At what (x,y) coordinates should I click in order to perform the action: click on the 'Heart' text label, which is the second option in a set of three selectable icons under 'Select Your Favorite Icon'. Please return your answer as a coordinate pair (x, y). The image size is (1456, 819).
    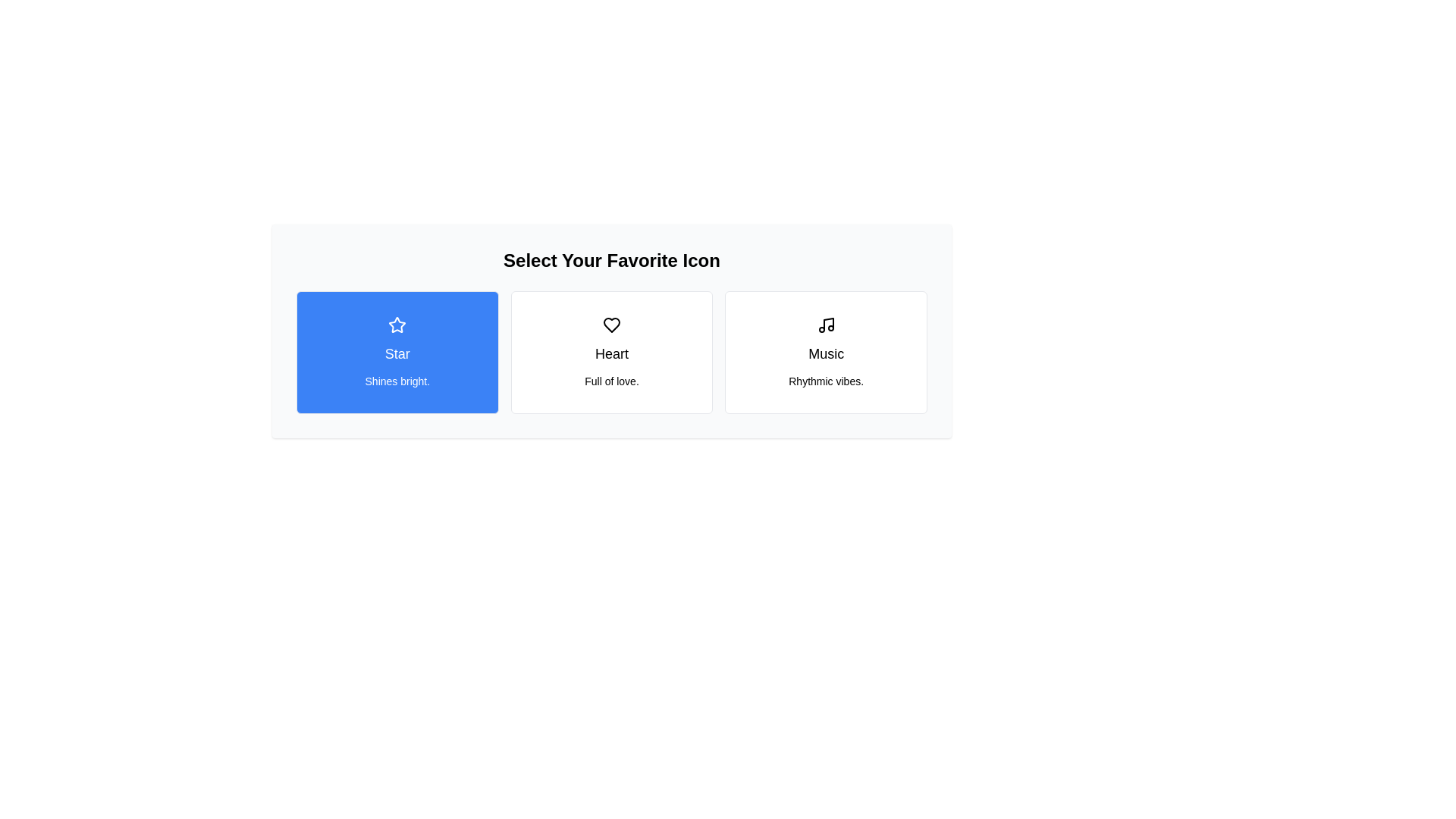
    Looking at the image, I should click on (611, 353).